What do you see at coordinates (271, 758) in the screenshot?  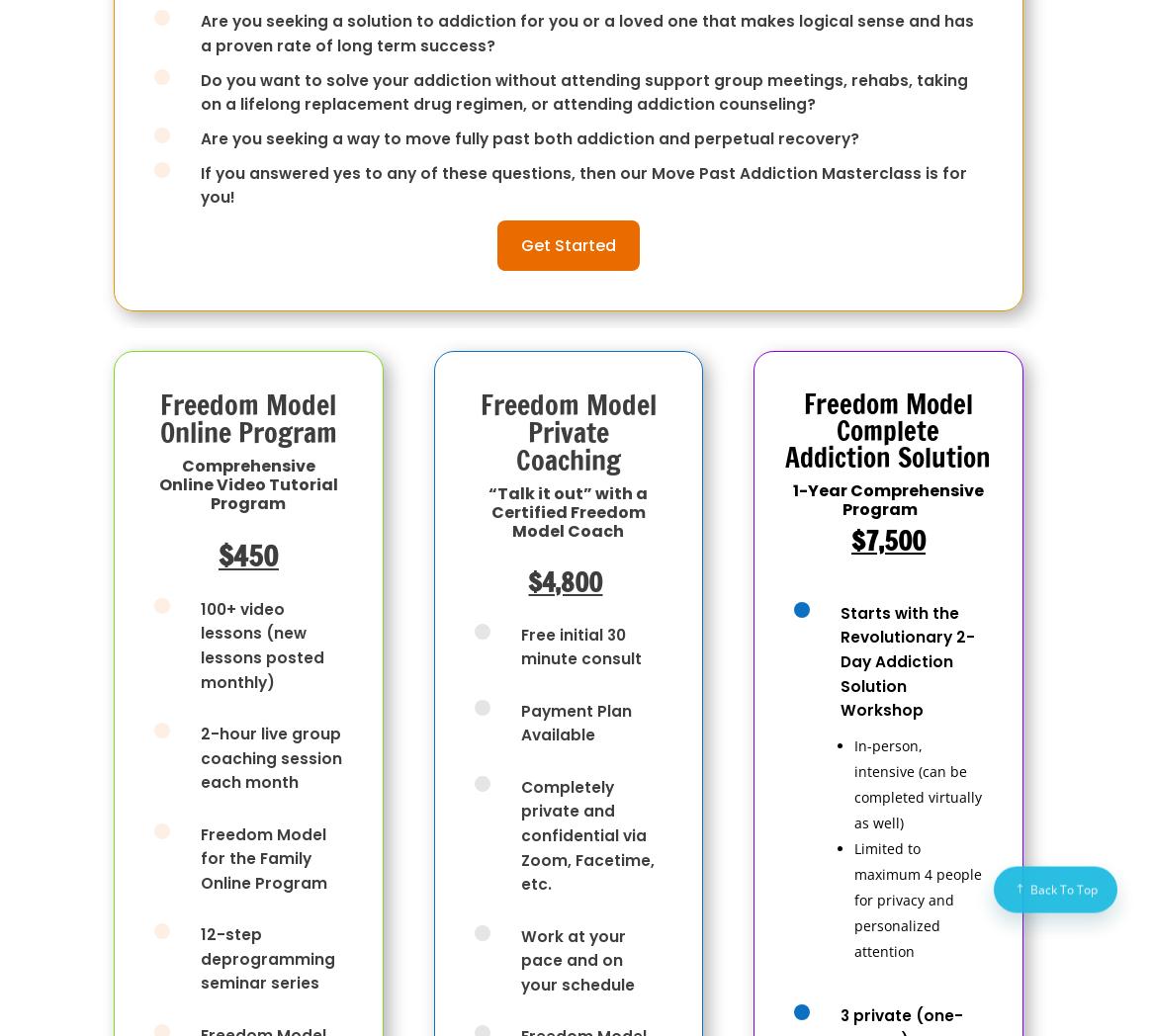 I see `'2-hour live group coaching session each month'` at bounding box center [271, 758].